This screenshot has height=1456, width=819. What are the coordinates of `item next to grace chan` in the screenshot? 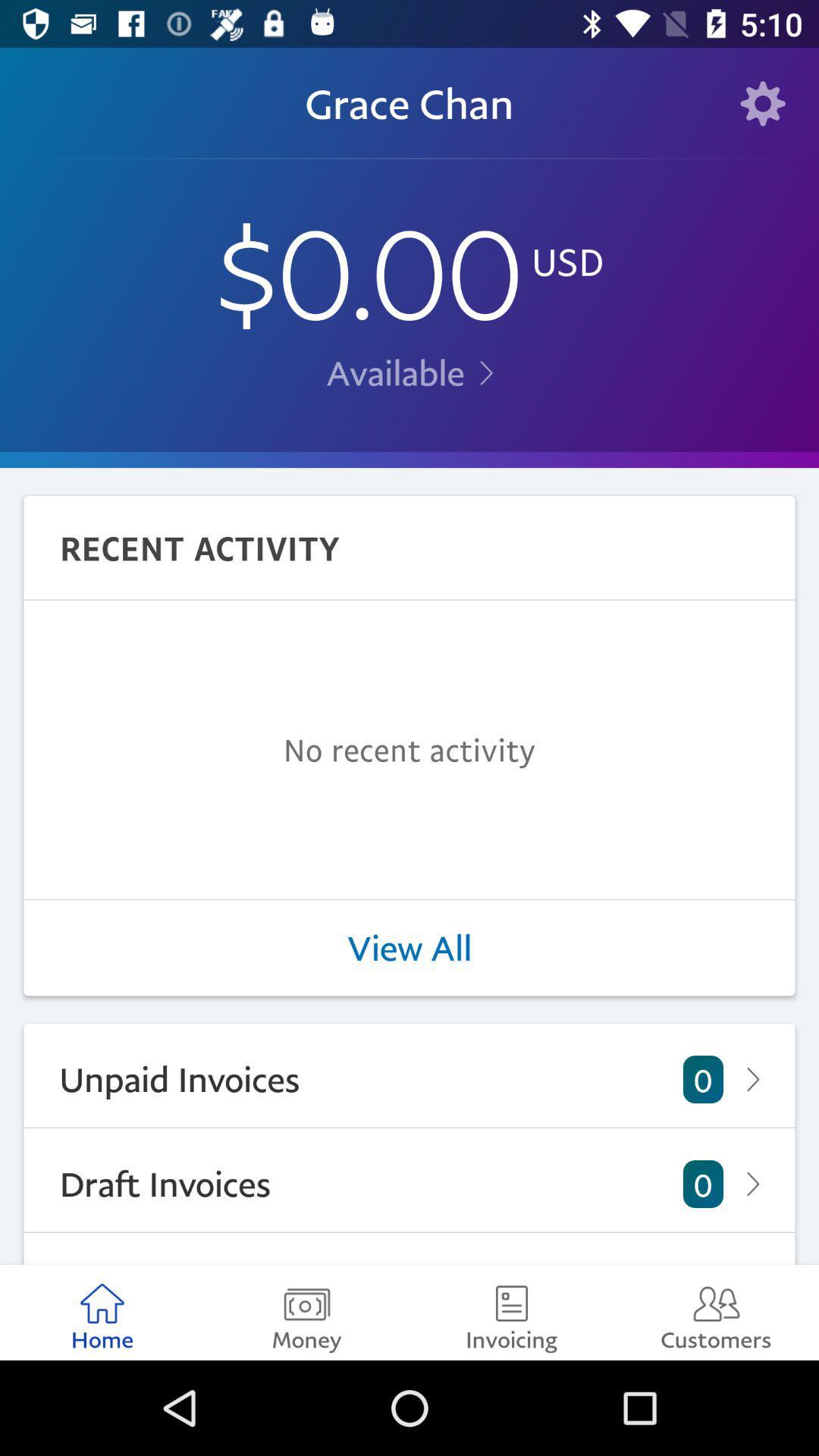 It's located at (763, 102).